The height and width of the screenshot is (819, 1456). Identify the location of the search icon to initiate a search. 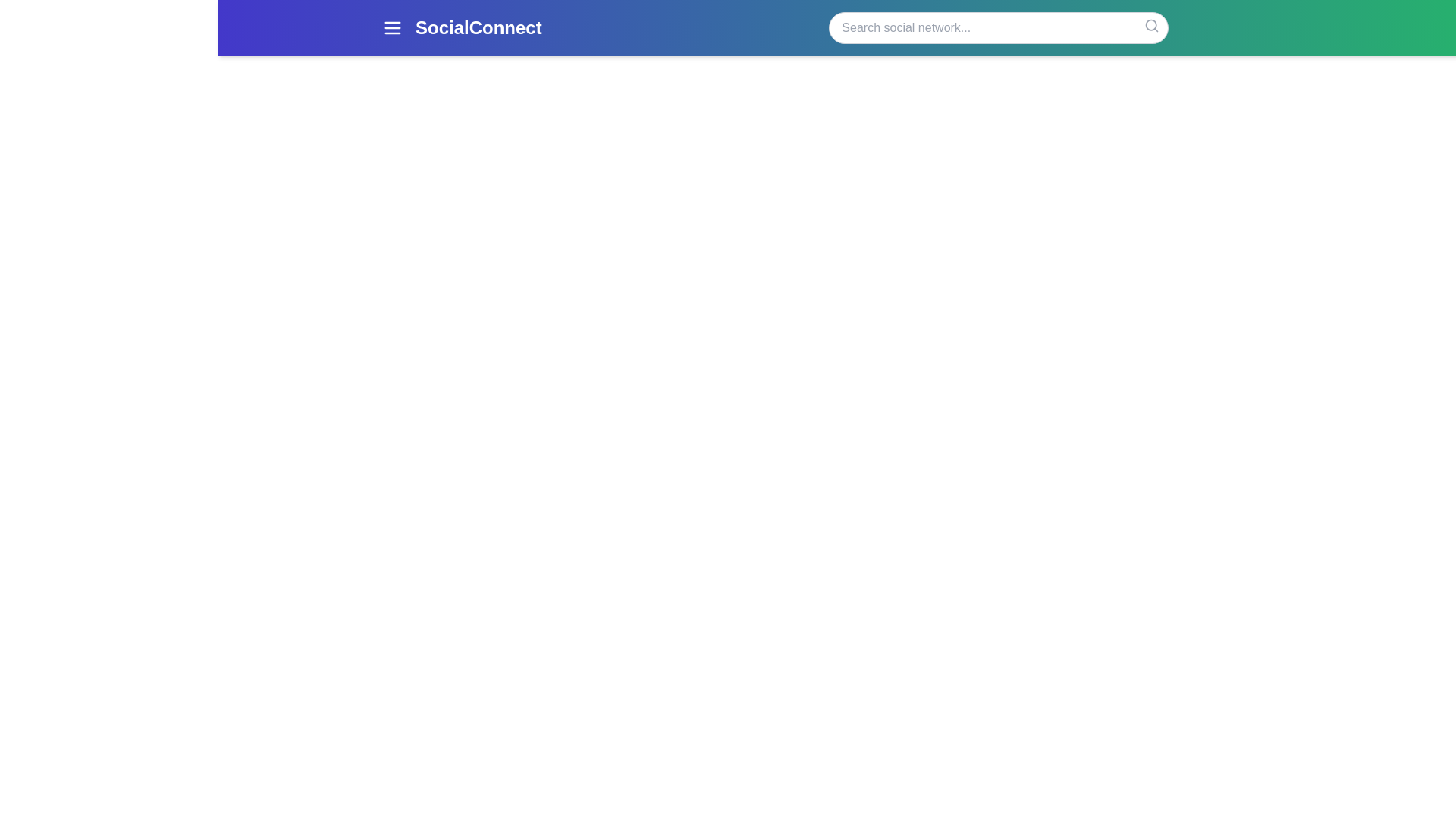
(1151, 26).